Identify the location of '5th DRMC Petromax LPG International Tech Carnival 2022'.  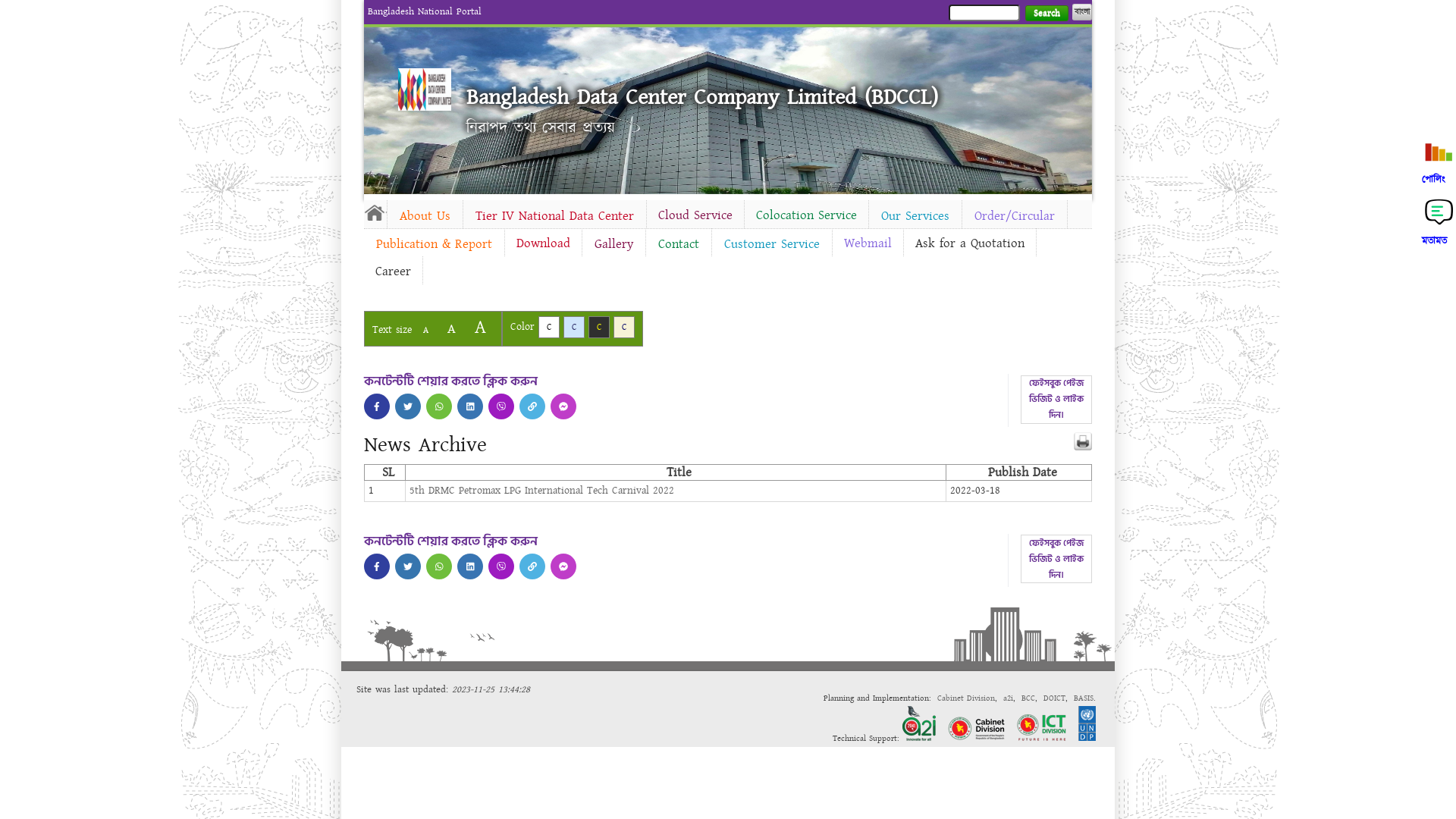
(541, 491).